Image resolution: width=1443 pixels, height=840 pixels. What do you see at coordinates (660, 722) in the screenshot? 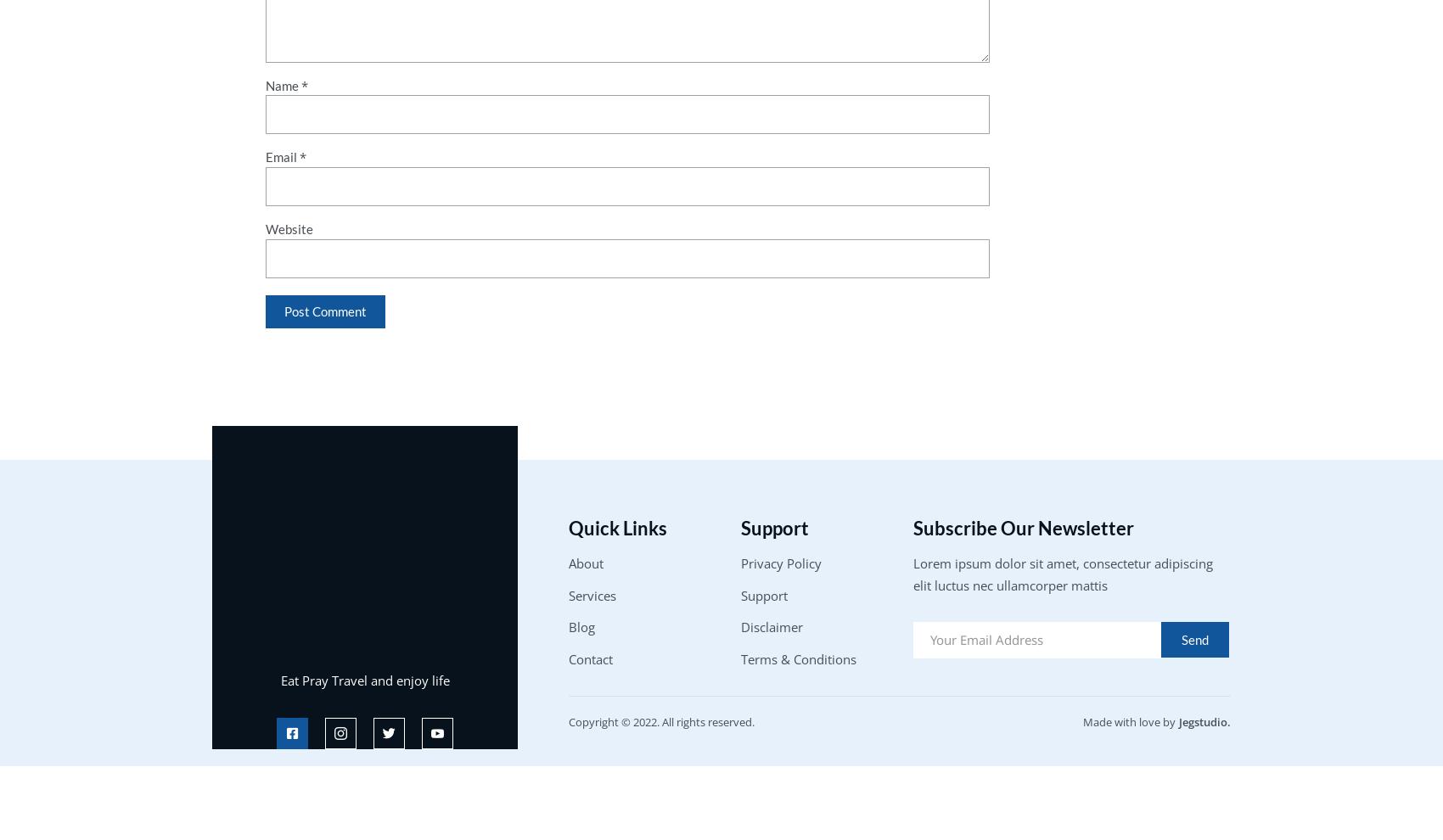
I see `'Copyright © 2022. All rights reserved.'` at bounding box center [660, 722].